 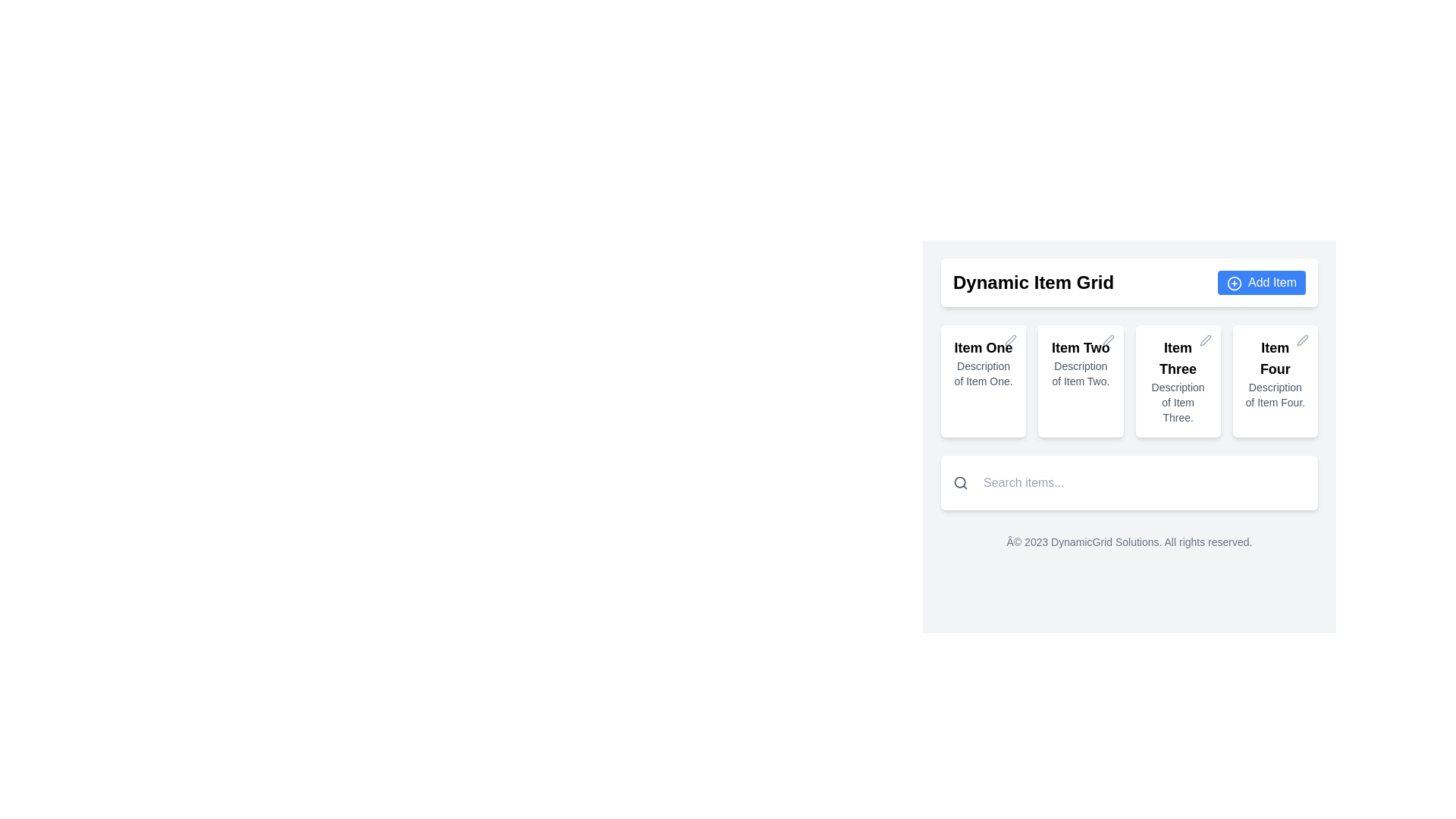 I want to click on the pen icon located in the top-right corner of the 'Item Four' card, so click(x=1302, y=339).